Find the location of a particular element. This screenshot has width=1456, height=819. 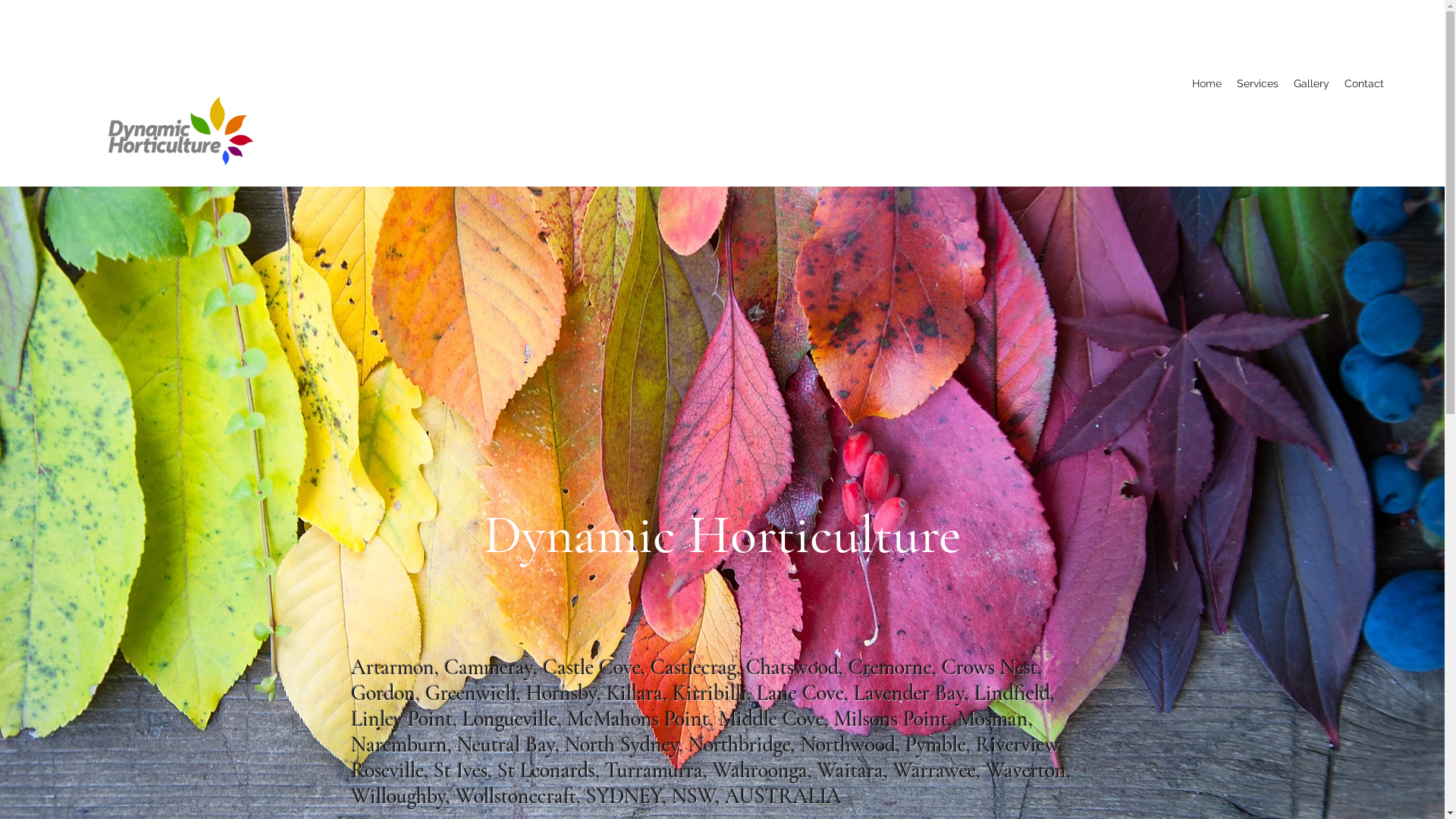

'Home' is located at coordinates (1206, 83).